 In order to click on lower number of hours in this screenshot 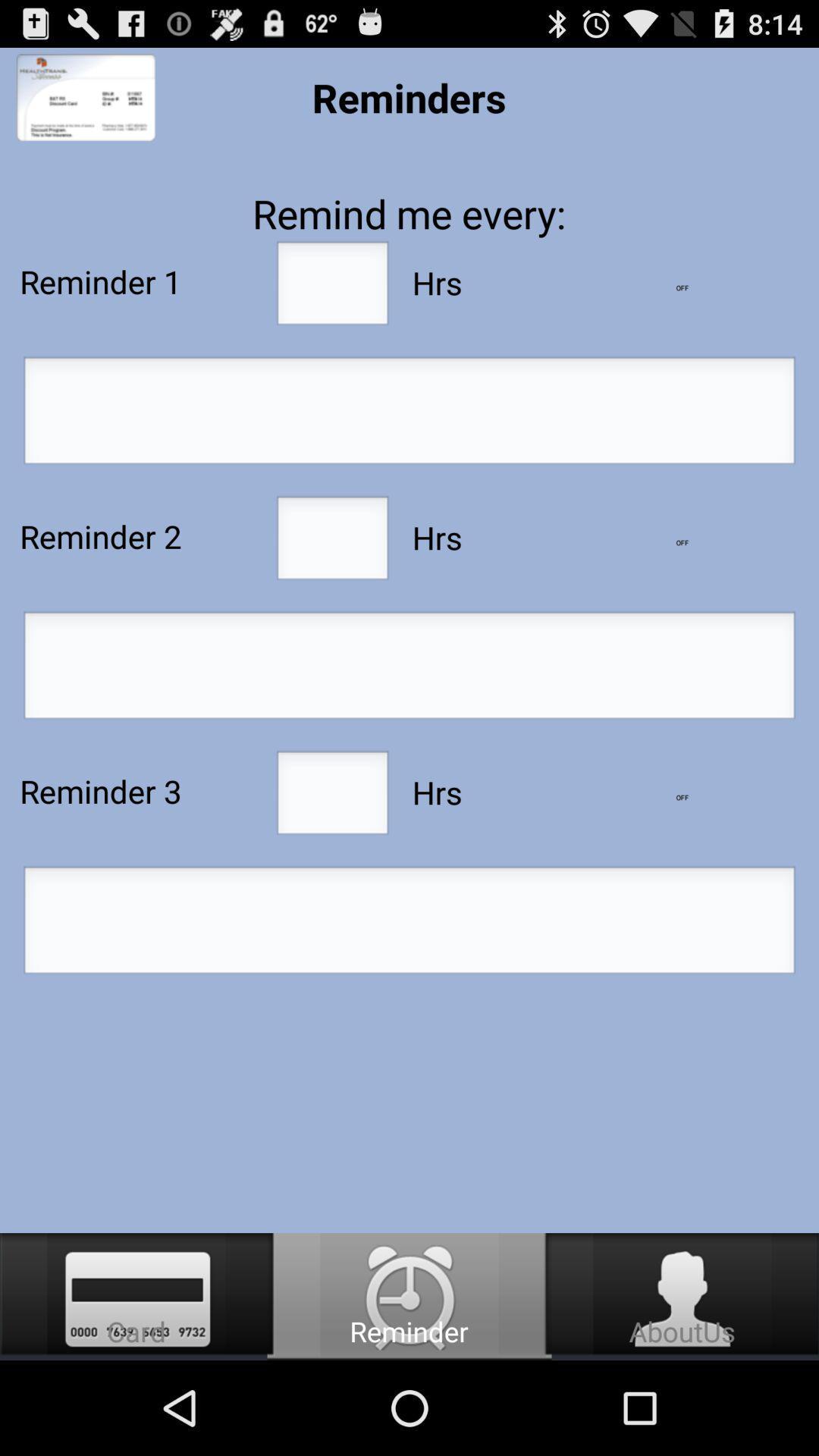, I will do `click(681, 796)`.